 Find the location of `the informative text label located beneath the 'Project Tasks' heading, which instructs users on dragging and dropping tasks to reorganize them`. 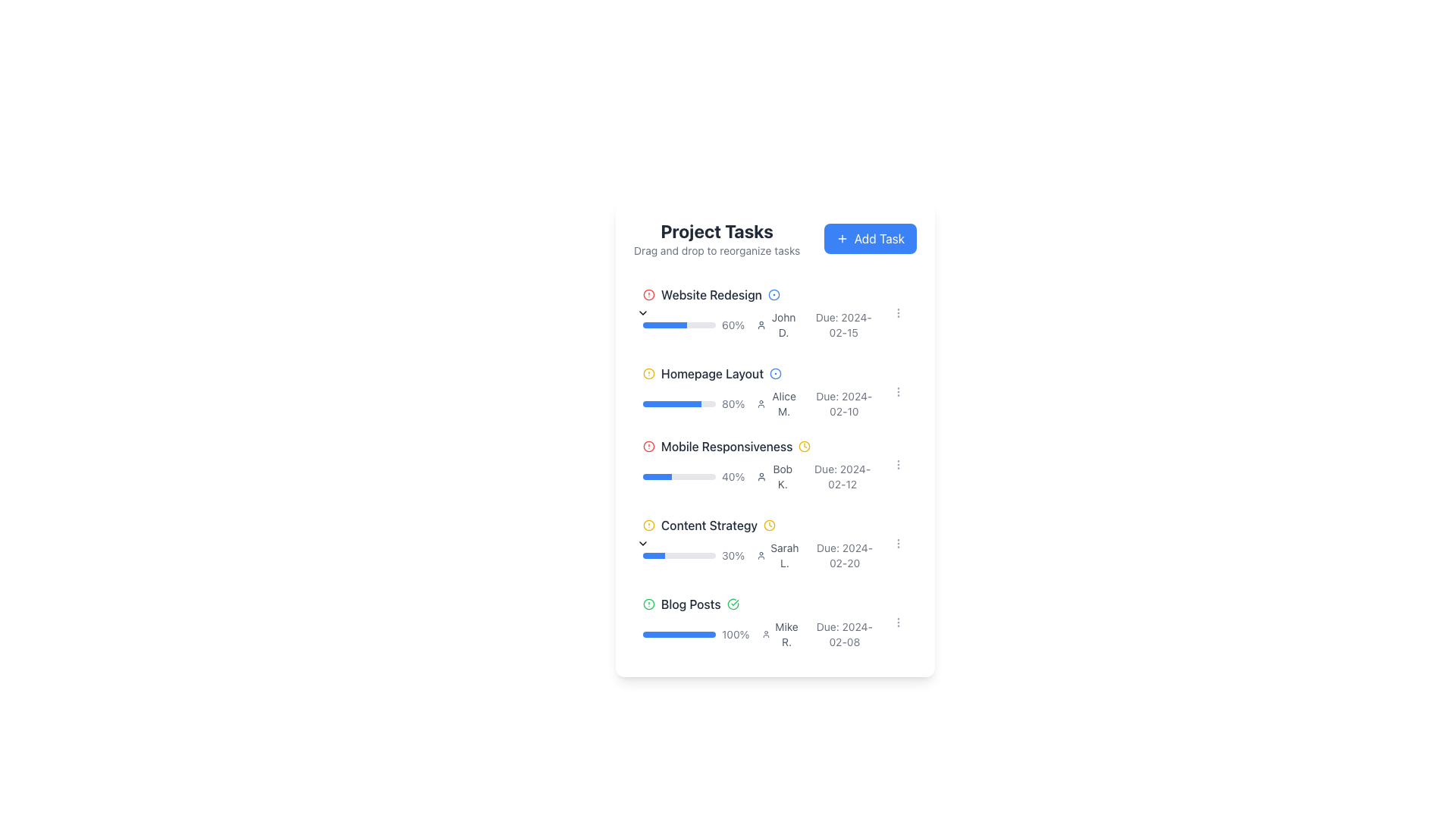

the informative text label located beneath the 'Project Tasks' heading, which instructs users on dragging and dropping tasks to reorganize them is located at coordinates (716, 250).